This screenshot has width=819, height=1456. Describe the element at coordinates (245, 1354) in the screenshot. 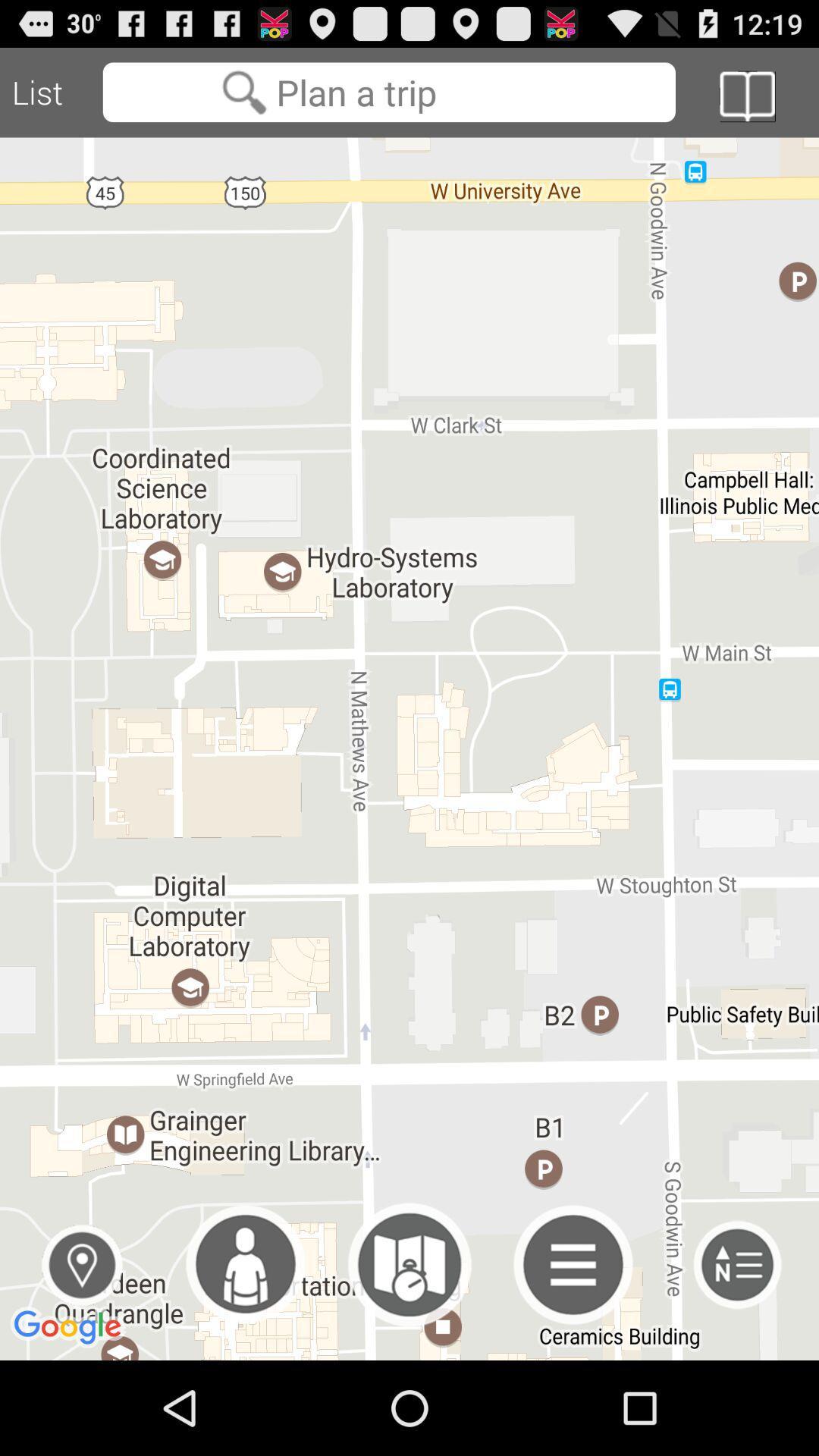

I see `the avatar icon` at that location.